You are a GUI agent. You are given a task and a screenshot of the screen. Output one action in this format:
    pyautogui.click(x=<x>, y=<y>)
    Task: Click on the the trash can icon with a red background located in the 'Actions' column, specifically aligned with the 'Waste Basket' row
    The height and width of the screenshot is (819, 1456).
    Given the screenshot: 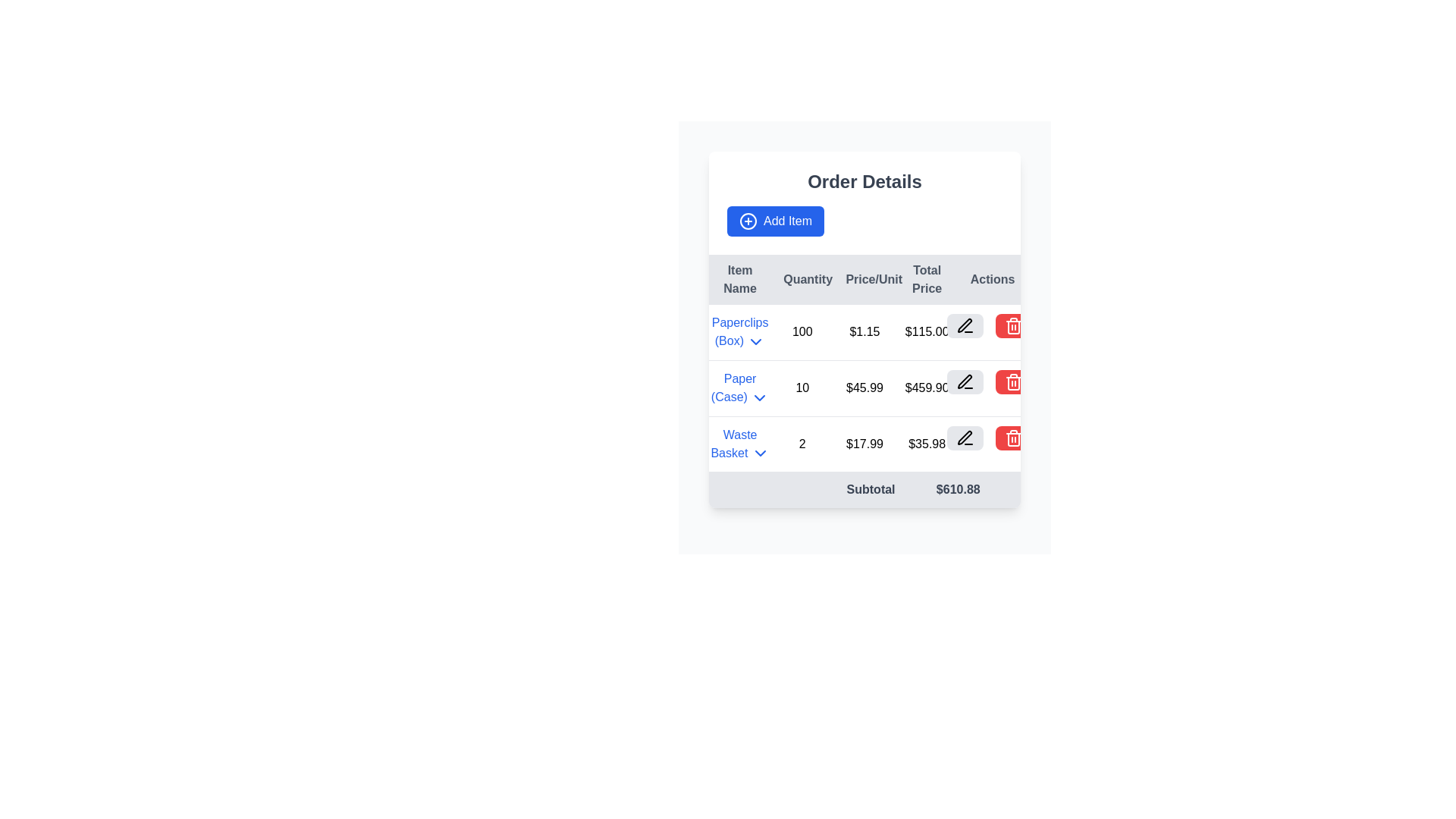 What is the action you would take?
    pyautogui.click(x=1013, y=438)
    